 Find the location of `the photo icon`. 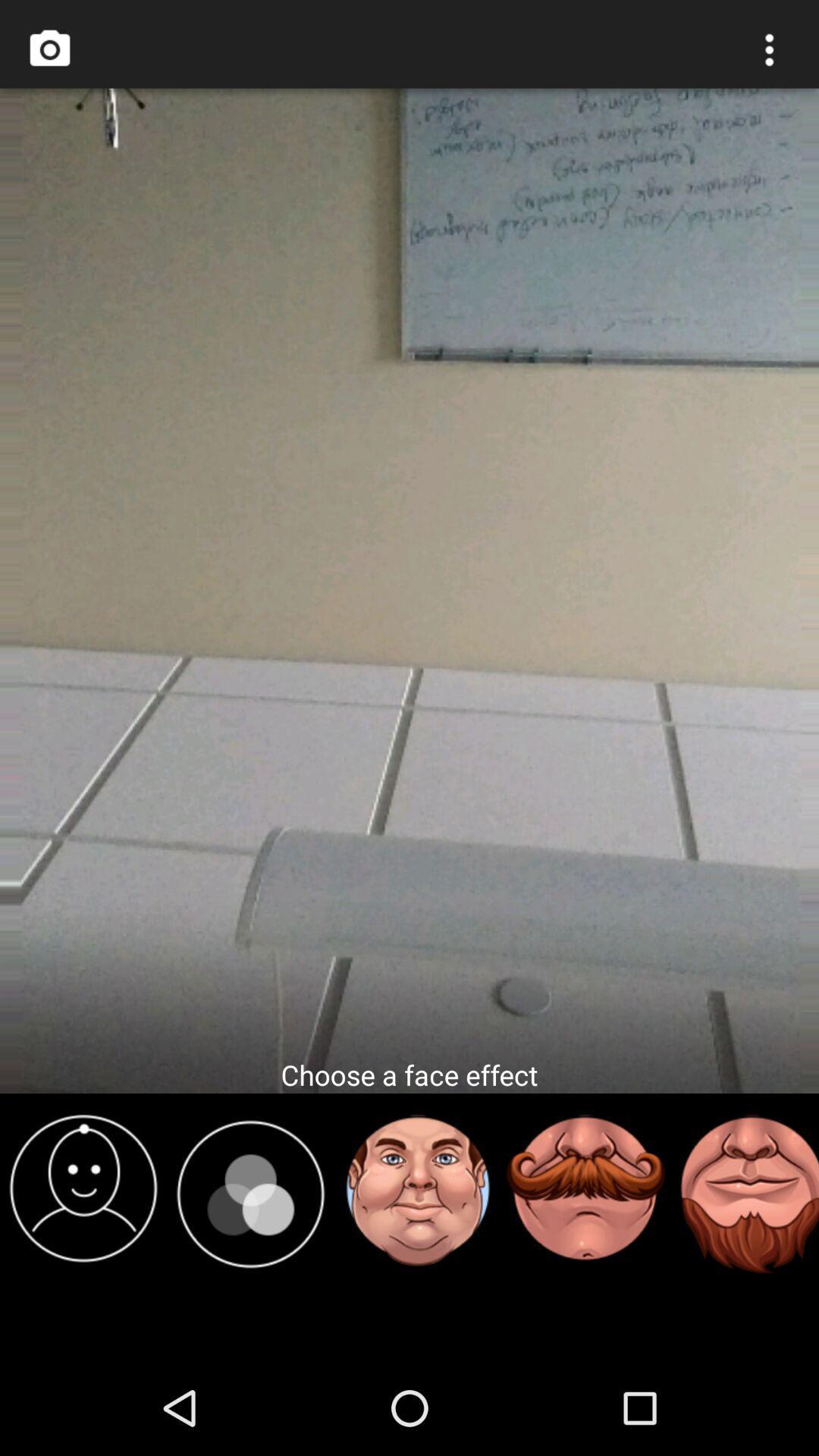

the photo icon is located at coordinates (49, 53).